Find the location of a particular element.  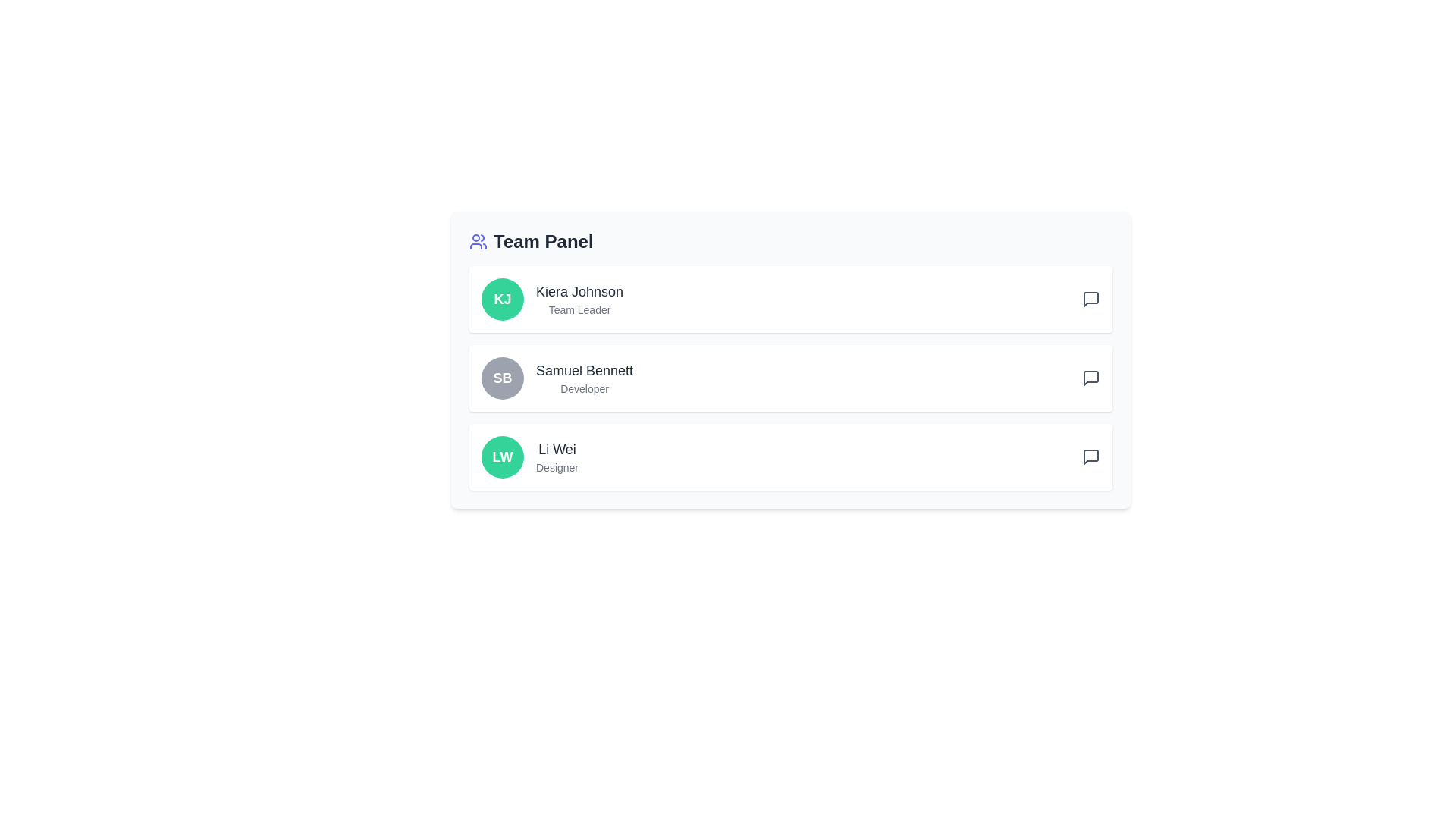

the Profile Card for 'Kiera Johnson', which is the first item in the 'Team Panel' section, featuring a green circular badge with initials 'KJ', the name in bold, and the title 'Team Leader' is located at coordinates (789, 299).